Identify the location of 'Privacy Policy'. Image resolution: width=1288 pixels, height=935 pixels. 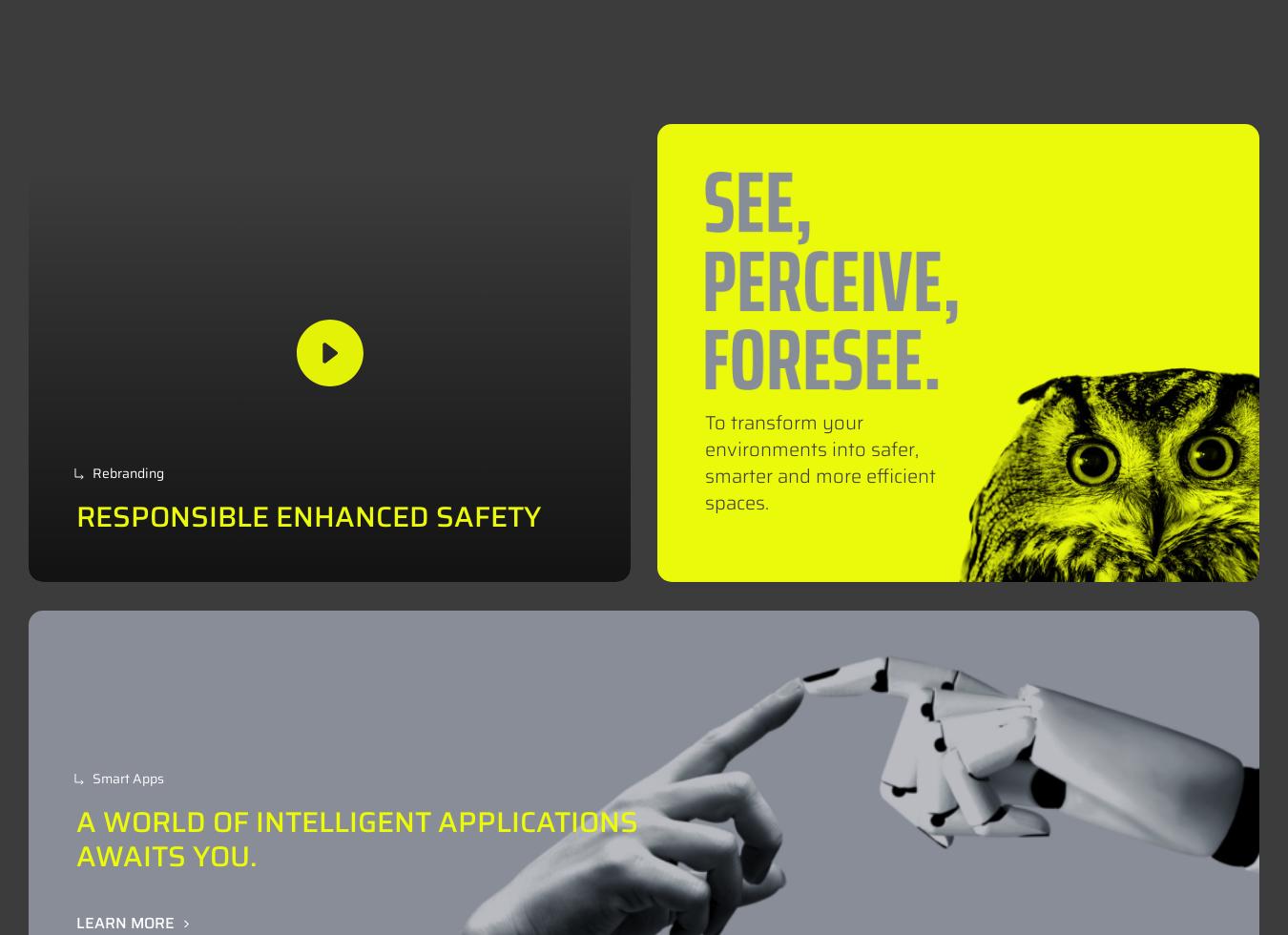
(1041, 346).